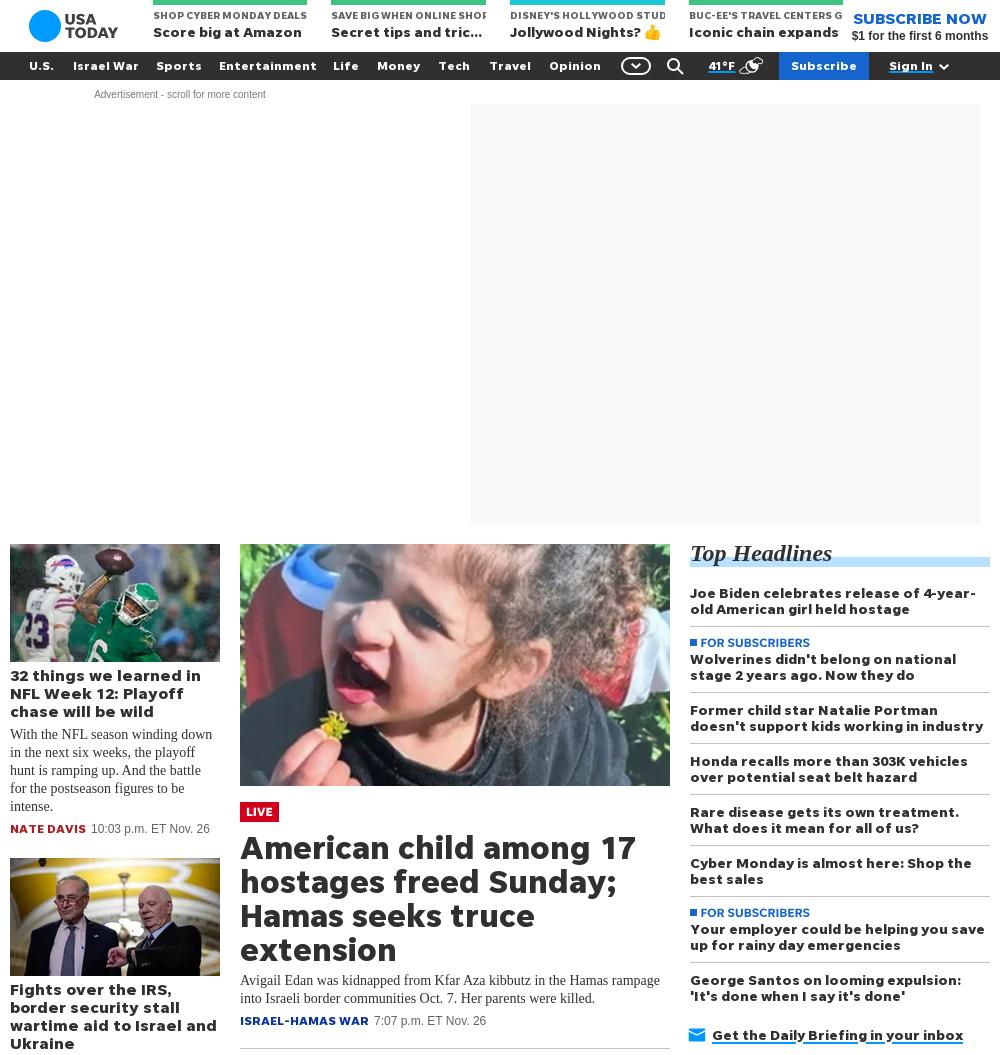 This screenshot has width=1000, height=1055. What do you see at coordinates (268, 64) in the screenshot?
I see `'Entertainment'` at bounding box center [268, 64].